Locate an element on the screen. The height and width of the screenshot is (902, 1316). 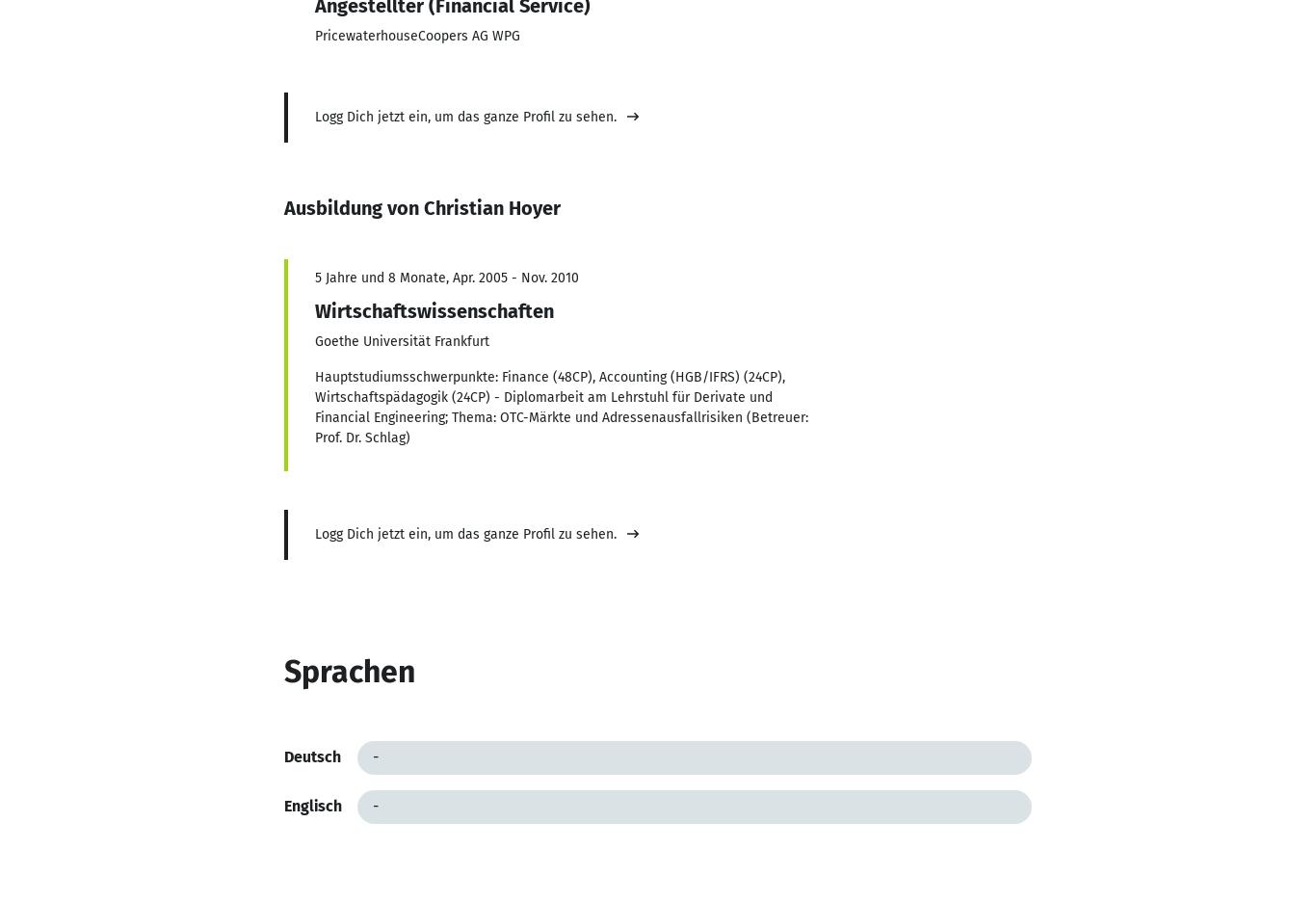
'Hauptstudiumsschwerpunkte: Finance (48CP), Accounting (HGB/IFRS) (24CP), Wirtschaftspädagogik (24CP) - Diplomarbeit am Lehrstuhl für Derivate und Financial Engineering; Thema: OTC-Märkte und Adressenausfallrisiken (Betreuer: Prof. Dr. Schlag)' is located at coordinates (560, 406).